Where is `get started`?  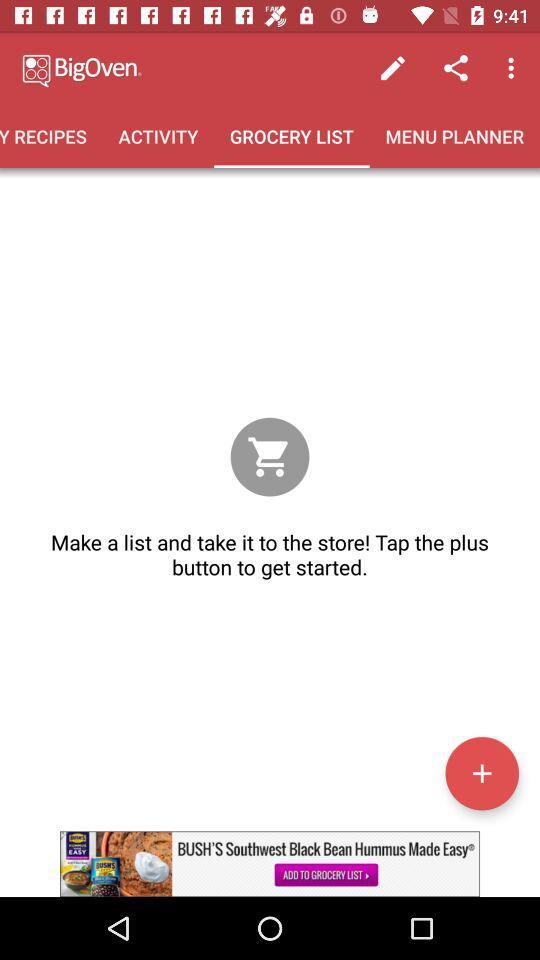
get started is located at coordinates (481, 772).